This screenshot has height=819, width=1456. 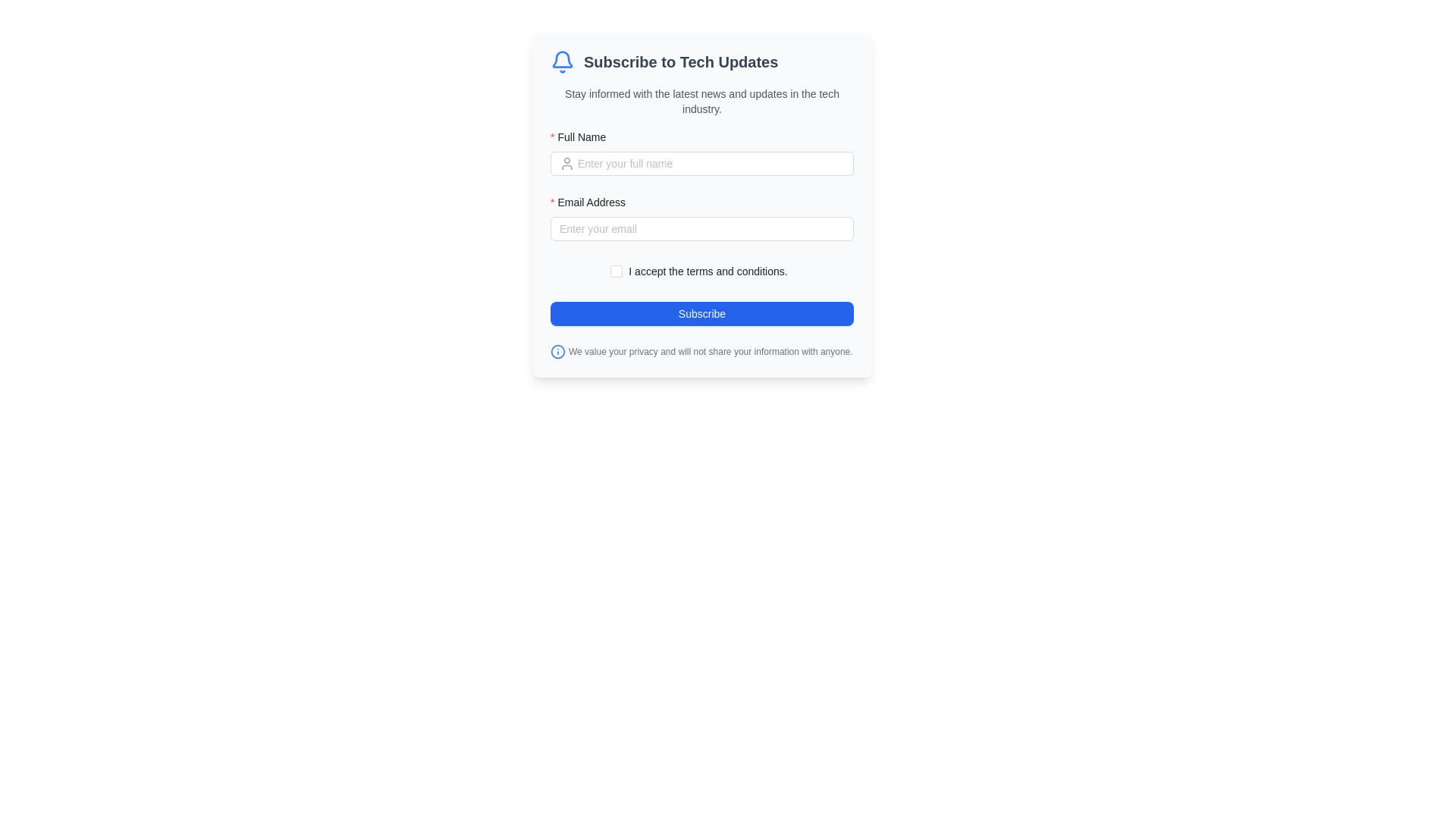 I want to click on text that serves as the section's title or header, located in the header of the form card, to the right of a notification bell icon, so click(x=680, y=61).